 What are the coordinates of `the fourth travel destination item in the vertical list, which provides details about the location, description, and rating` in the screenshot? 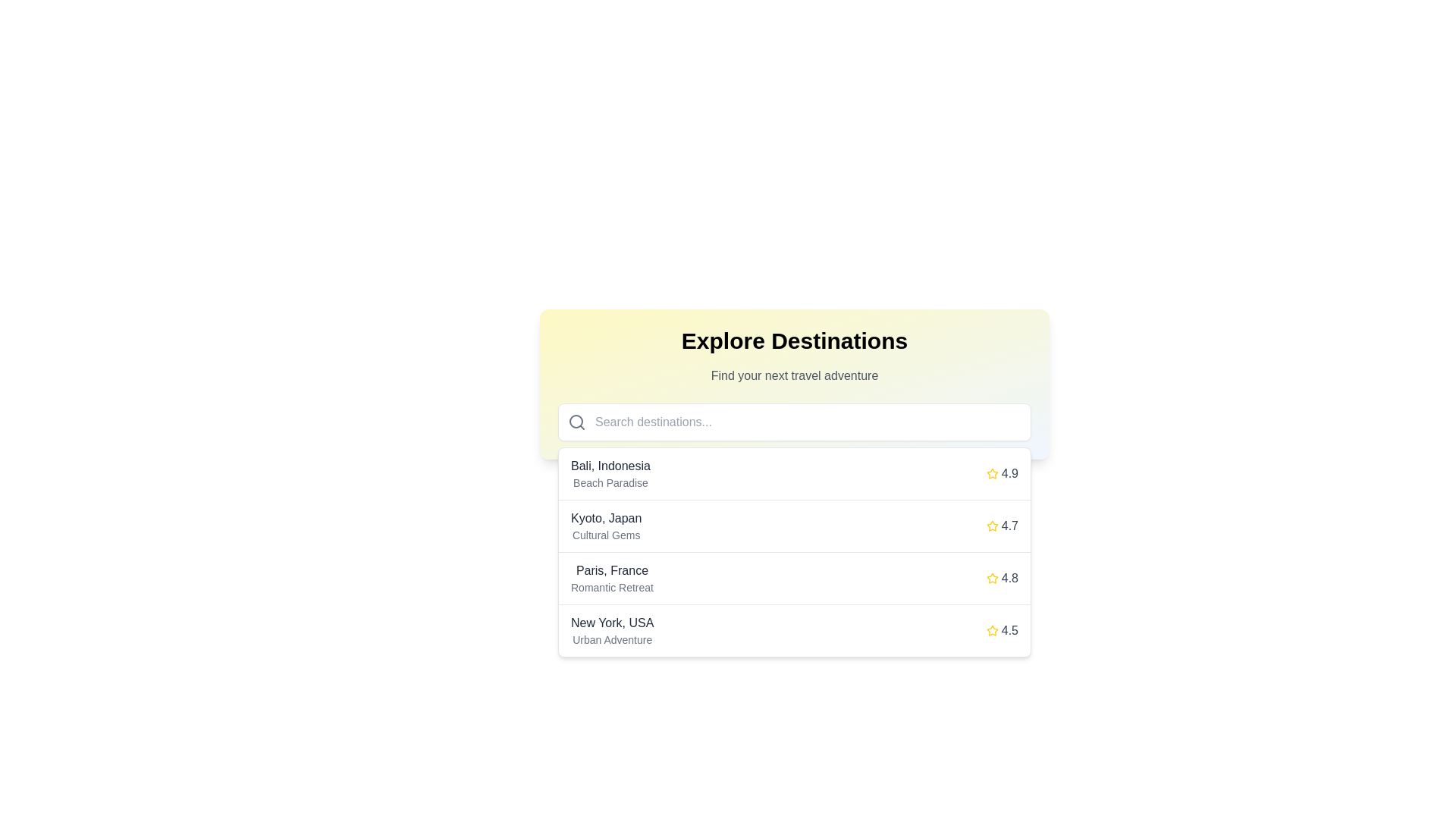 It's located at (793, 631).